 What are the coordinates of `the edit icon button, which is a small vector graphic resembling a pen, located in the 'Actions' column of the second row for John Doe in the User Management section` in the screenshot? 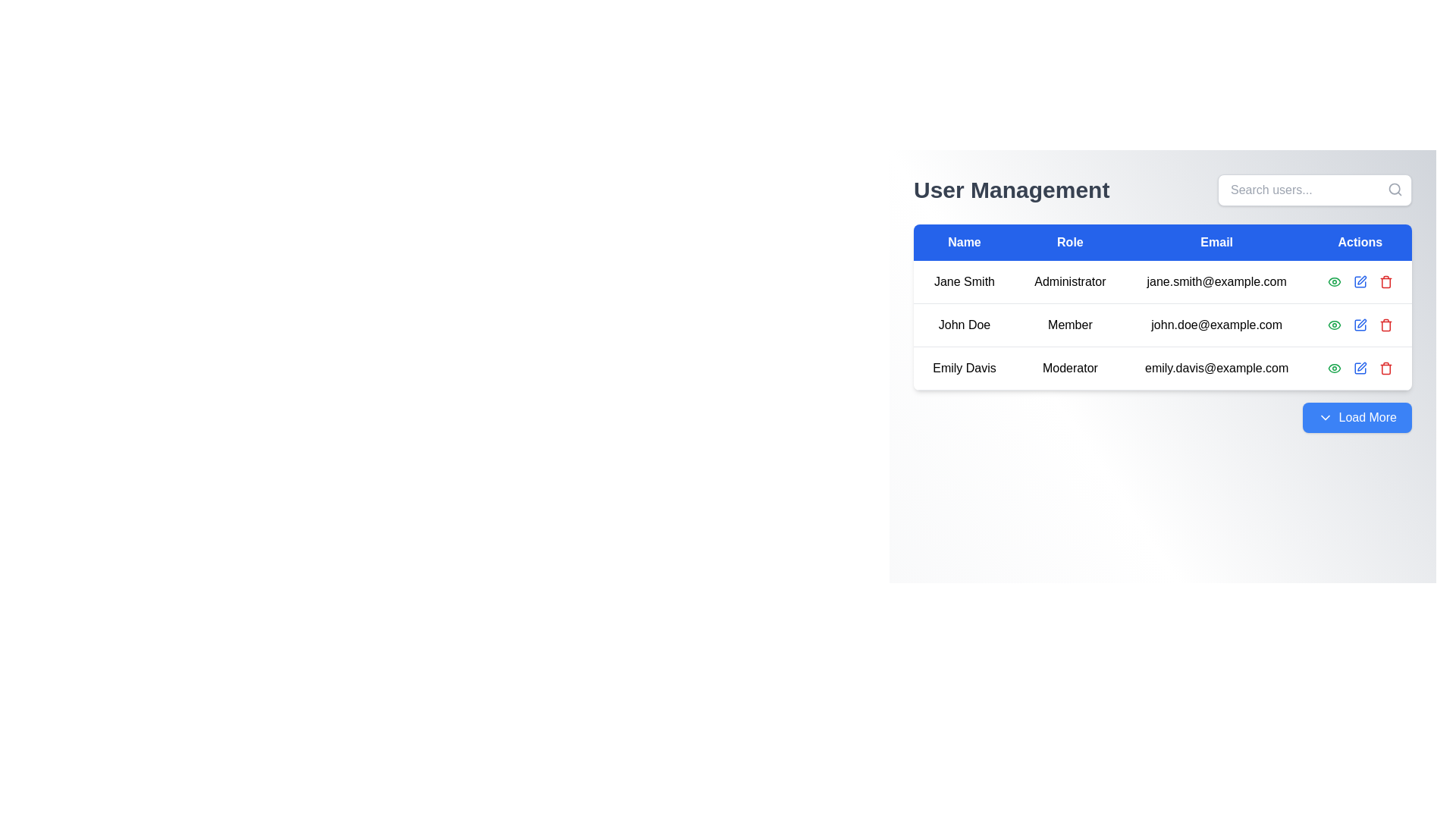 It's located at (1361, 322).